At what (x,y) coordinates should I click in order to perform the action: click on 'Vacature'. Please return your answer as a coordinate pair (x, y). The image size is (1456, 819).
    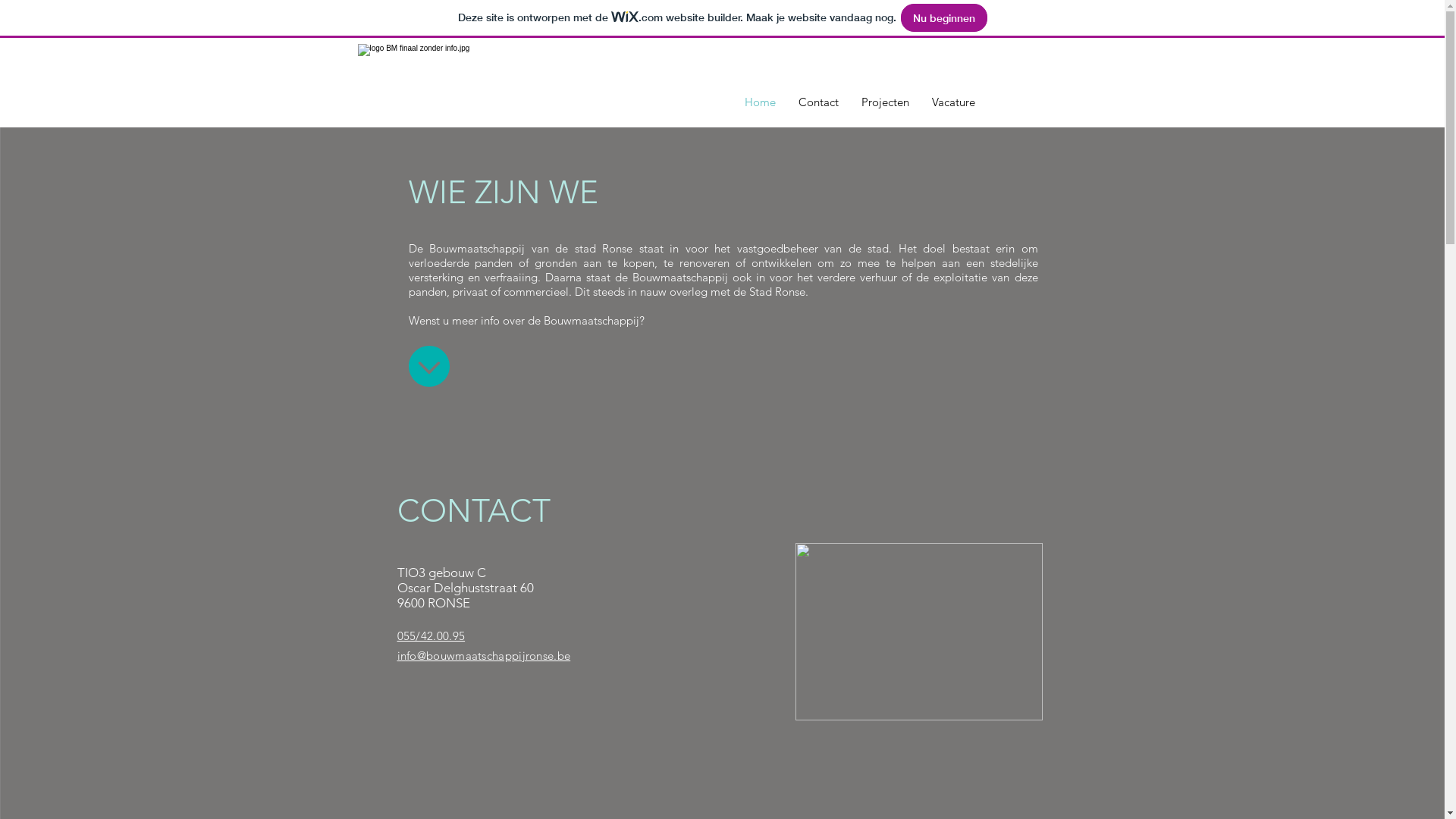
    Looking at the image, I should click on (952, 102).